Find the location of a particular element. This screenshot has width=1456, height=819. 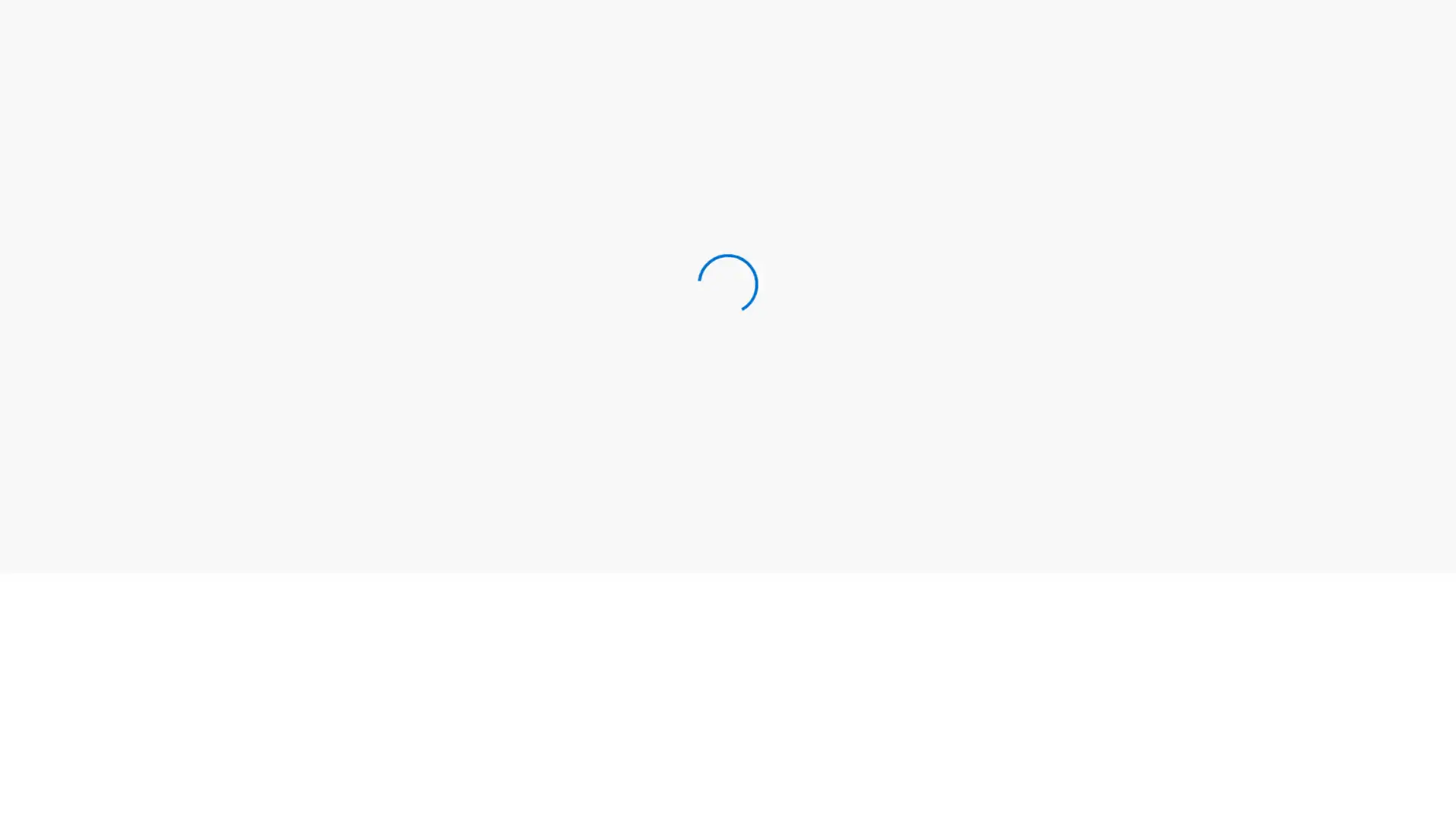

Clears text and closes Search field is located at coordinates (1429, 31).